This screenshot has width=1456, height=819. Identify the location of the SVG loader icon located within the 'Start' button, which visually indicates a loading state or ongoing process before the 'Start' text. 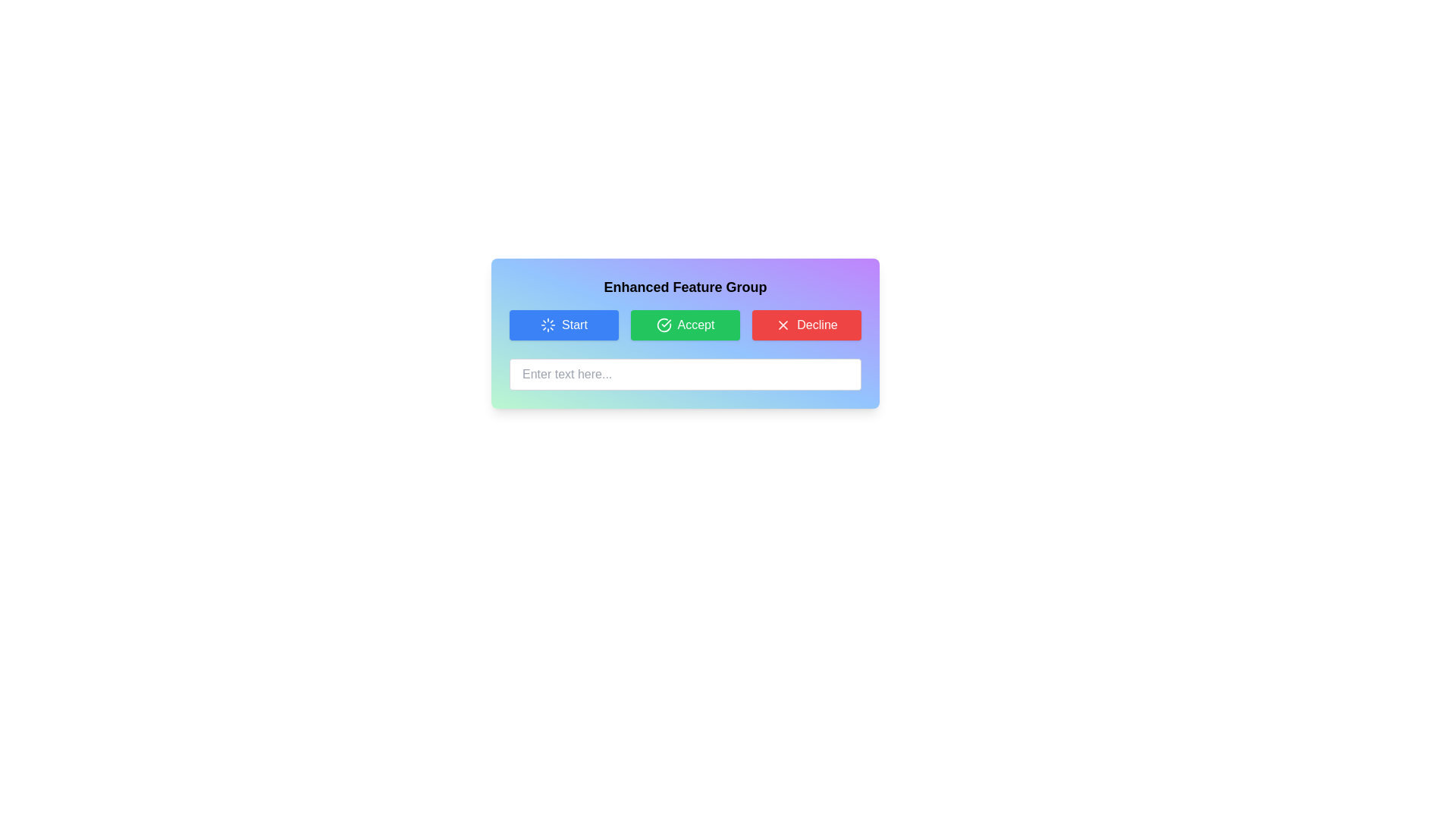
(548, 324).